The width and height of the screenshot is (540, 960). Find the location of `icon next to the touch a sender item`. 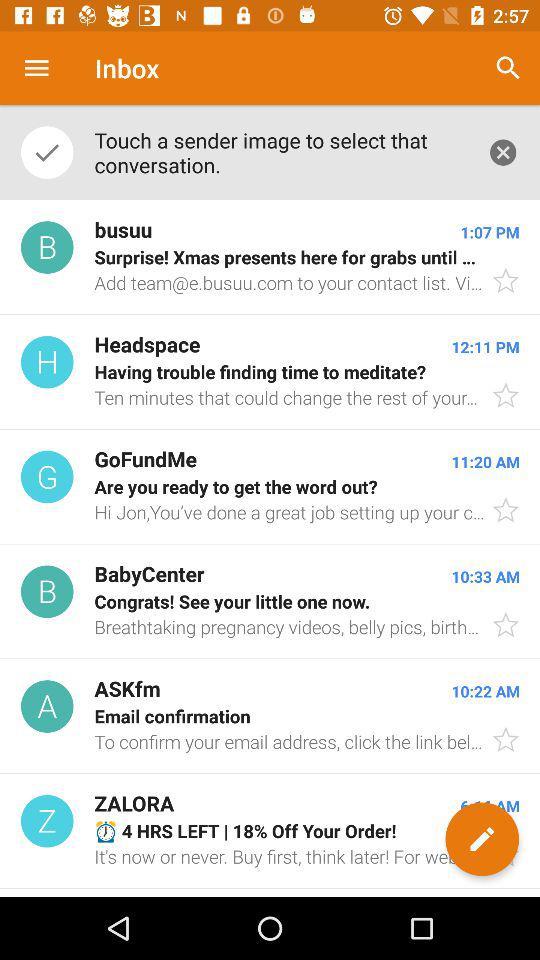

icon next to the touch a sender item is located at coordinates (502, 151).